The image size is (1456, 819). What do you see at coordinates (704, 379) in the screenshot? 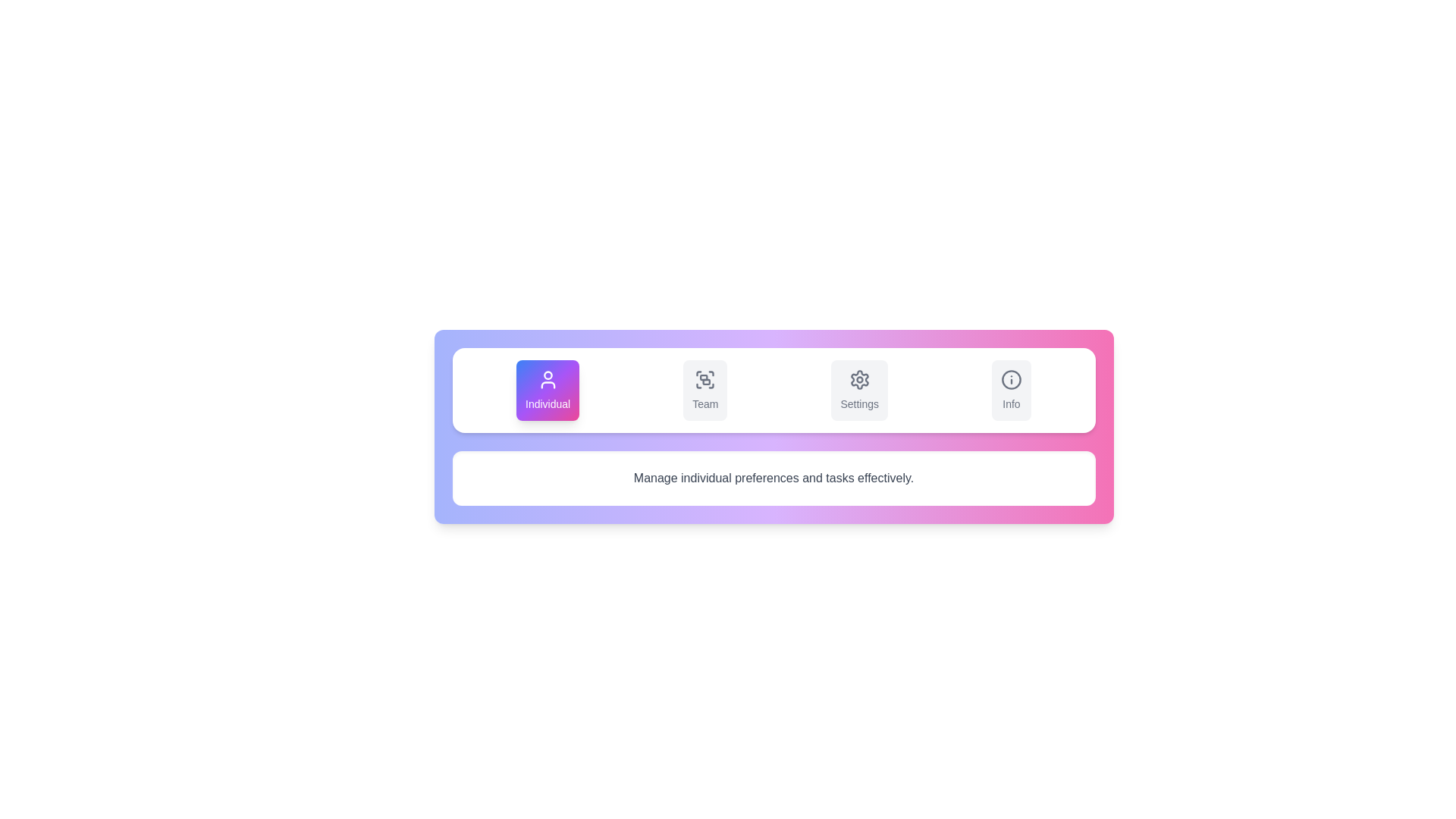
I see `the 'Team' SVG icon in the menu, which is located between the 'Individual' and 'Settings' icons` at bounding box center [704, 379].